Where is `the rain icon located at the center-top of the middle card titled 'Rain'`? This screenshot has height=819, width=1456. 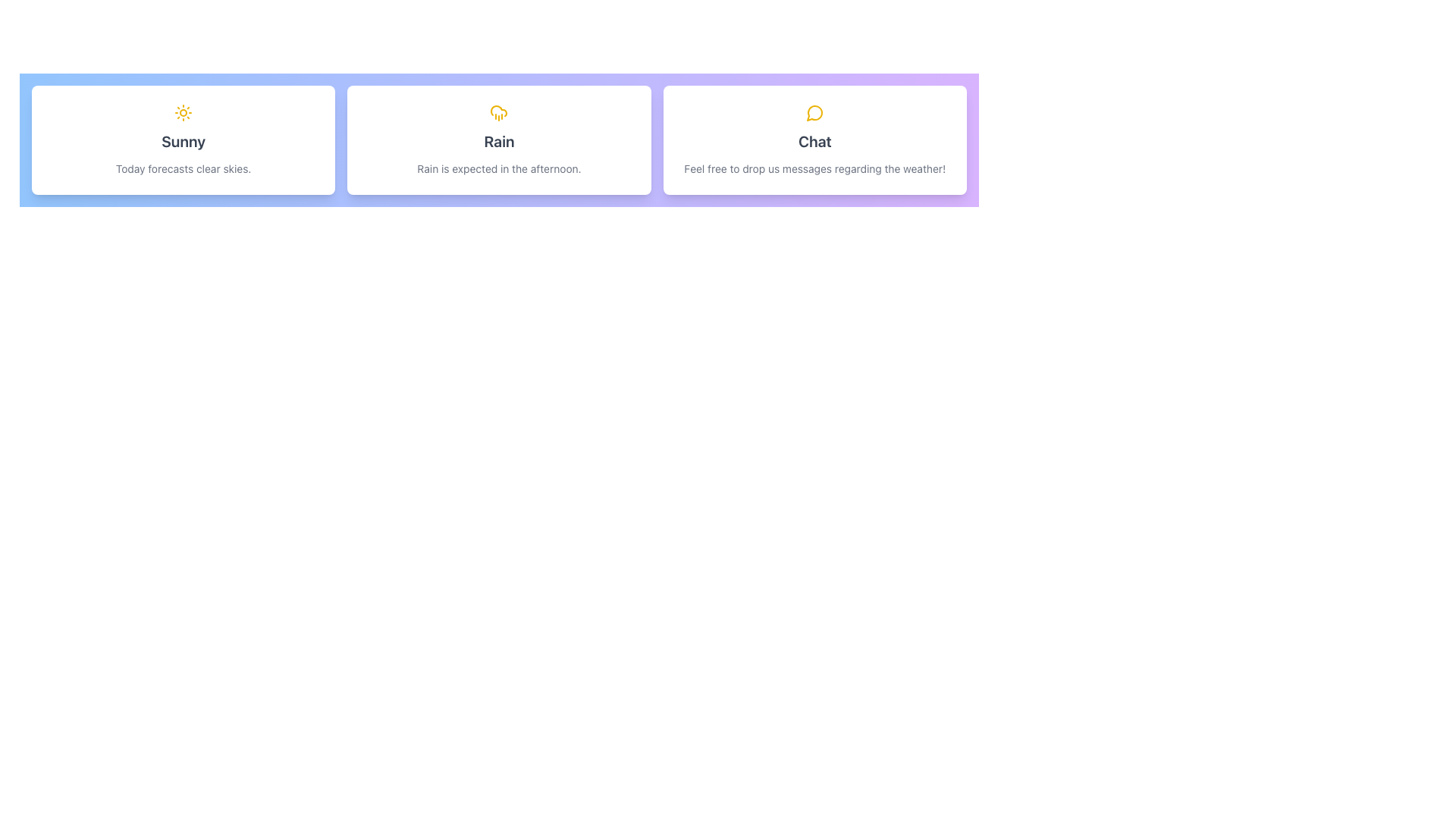
the rain icon located at the center-top of the middle card titled 'Rain' is located at coordinates (499, 112).